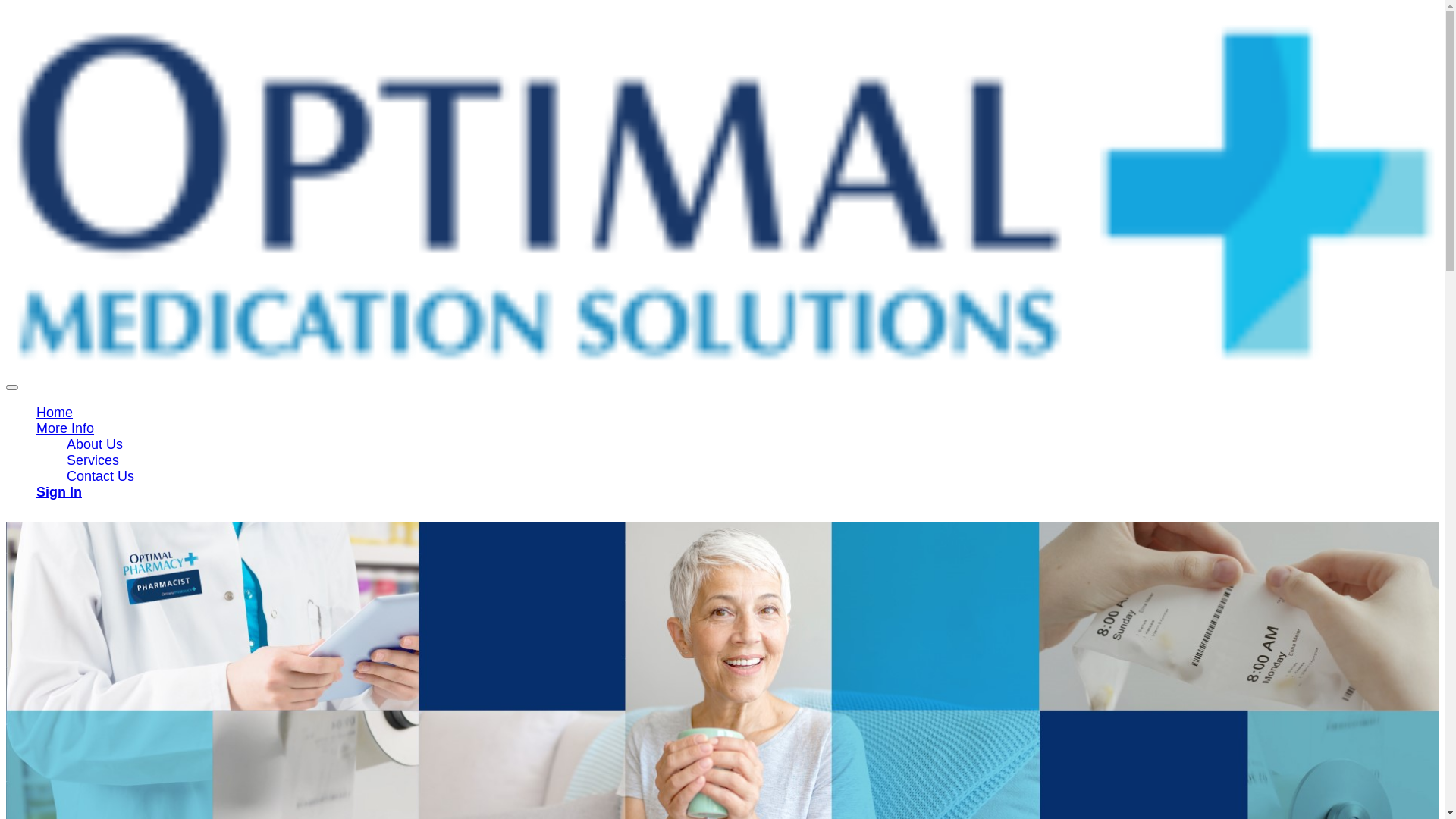 The width and height of the screenshot is (1456, 819). What do you see at coordinates (99, 475) in the screenshot?
I see `'Contact Us'` at bounding box center [99, 475].